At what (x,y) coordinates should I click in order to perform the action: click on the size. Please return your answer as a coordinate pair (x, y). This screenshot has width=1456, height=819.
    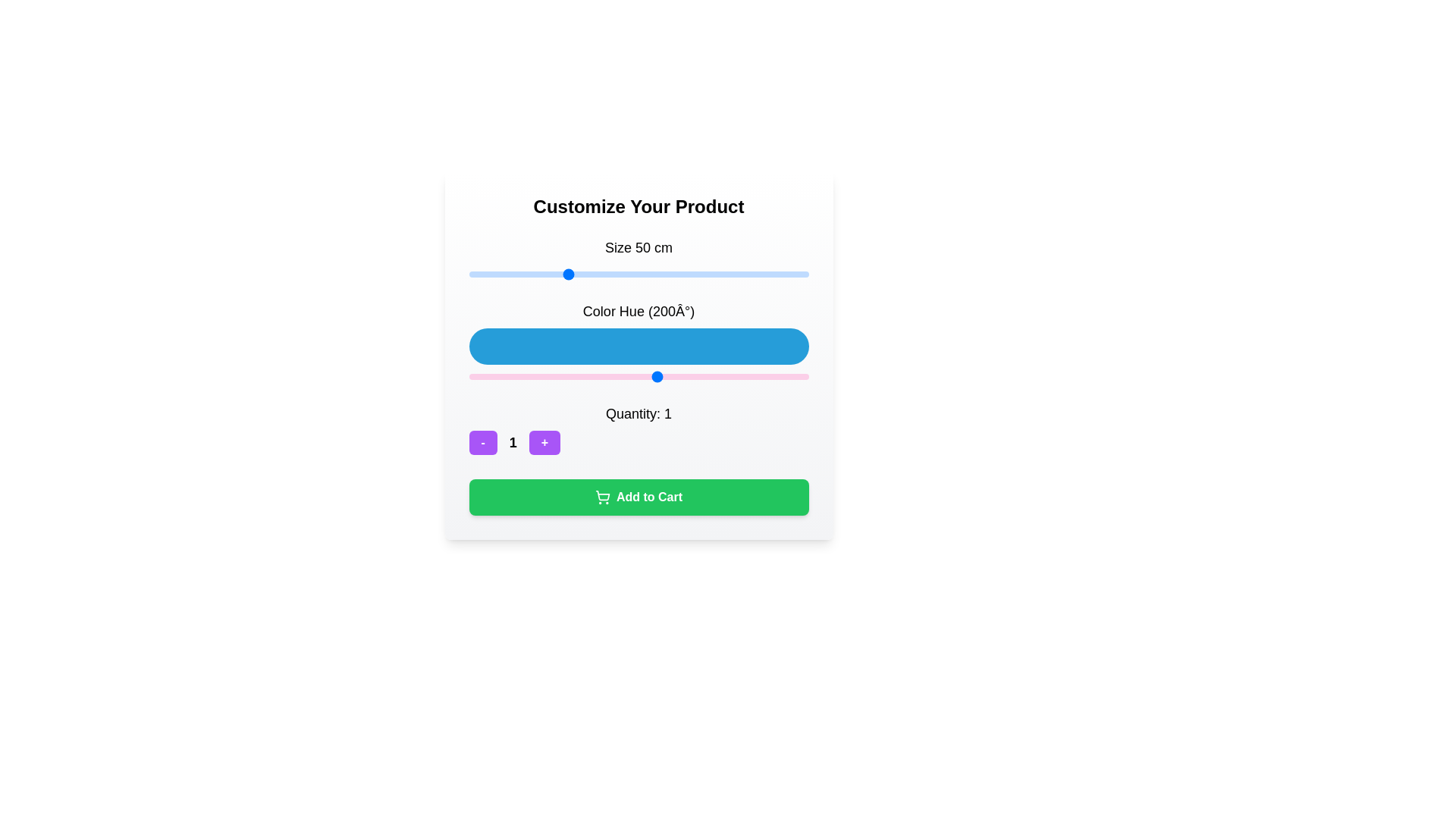
    Looking at the image, I should click on (720, 275).